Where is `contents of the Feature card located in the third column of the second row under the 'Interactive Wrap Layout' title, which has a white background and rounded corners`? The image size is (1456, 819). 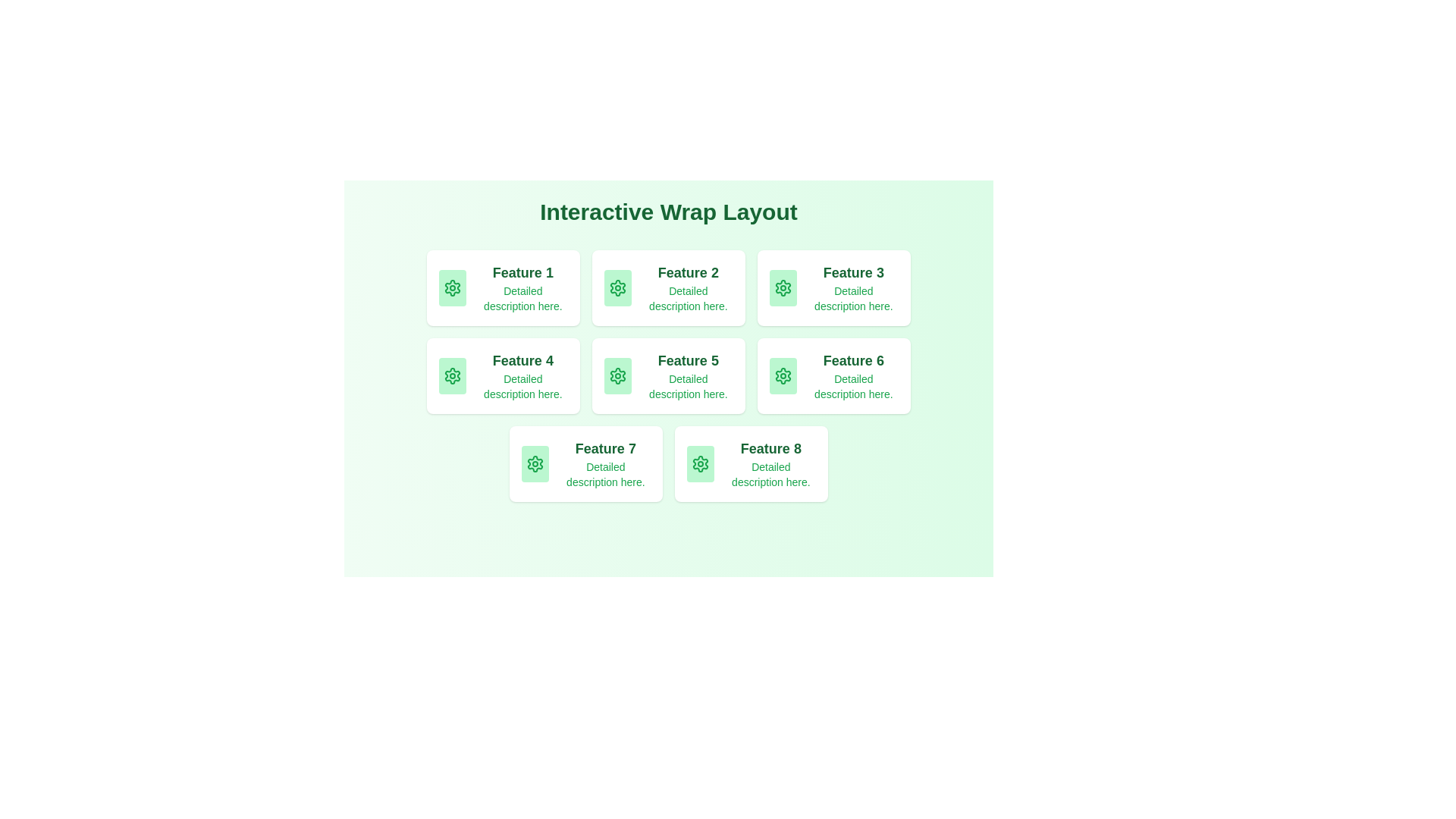 contents of the Feature card located in the third column of the second row under the 'Interactive Wrap Layout' title, which has a white background and rounded corners is located at coordinates (833, 375).